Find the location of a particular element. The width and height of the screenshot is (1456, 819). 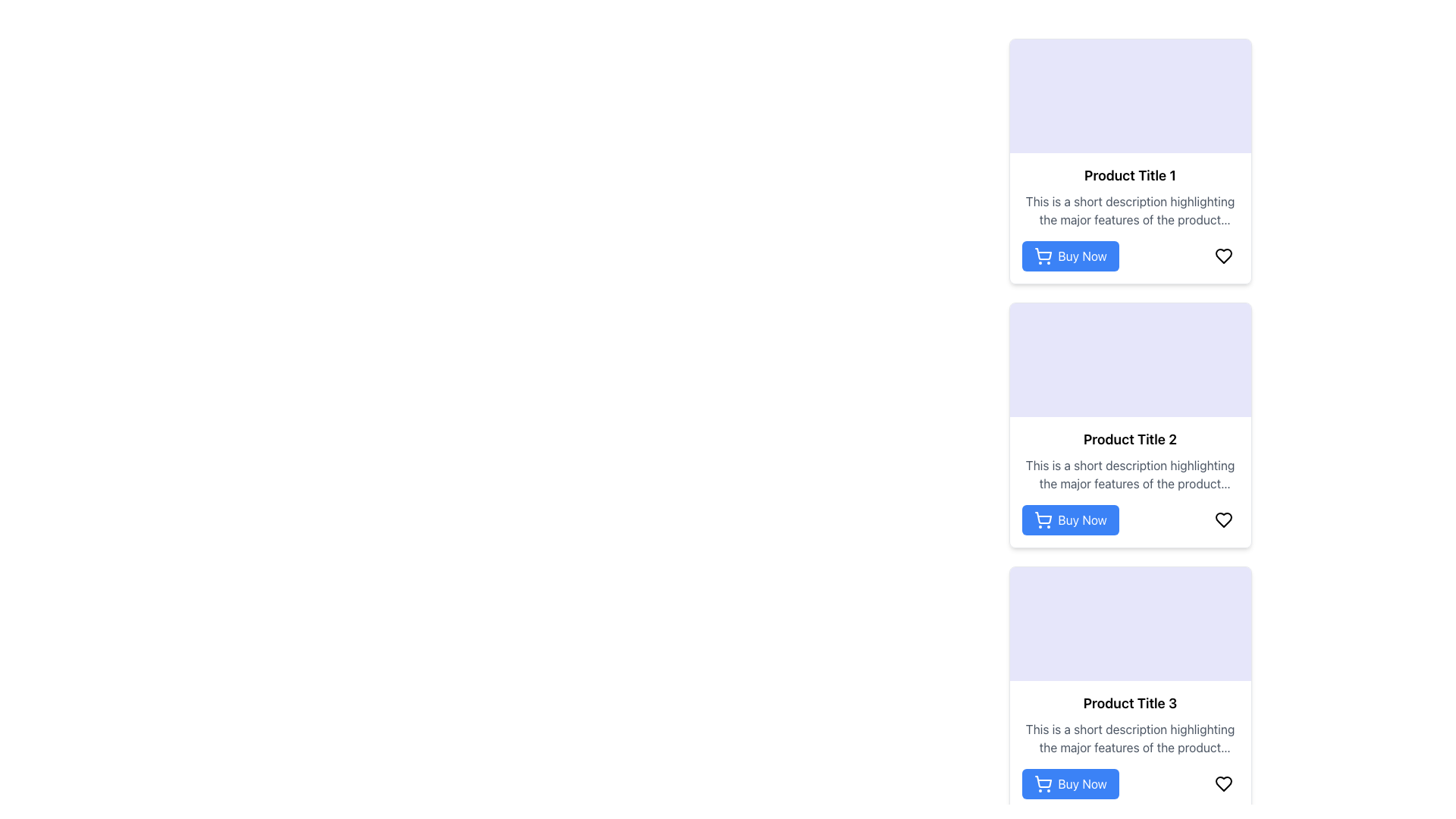

the icon button located in the bottom-right corner of the card for 'Product Title 3' to mark it as a favorite is located at coordinates (1223, 783).